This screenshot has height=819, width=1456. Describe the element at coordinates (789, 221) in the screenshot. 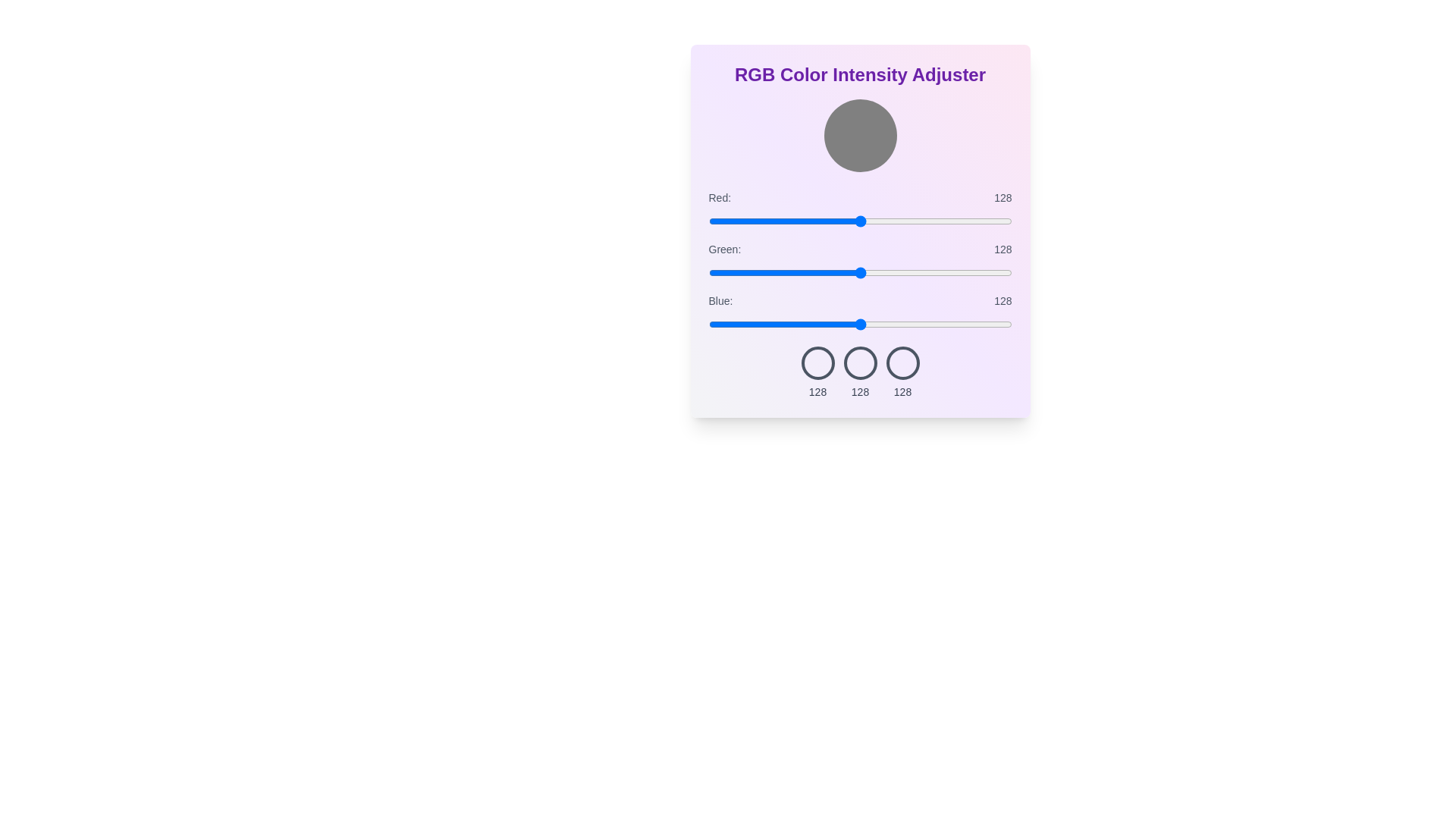

I see `the red color intensity slider to 68 value` at that location.